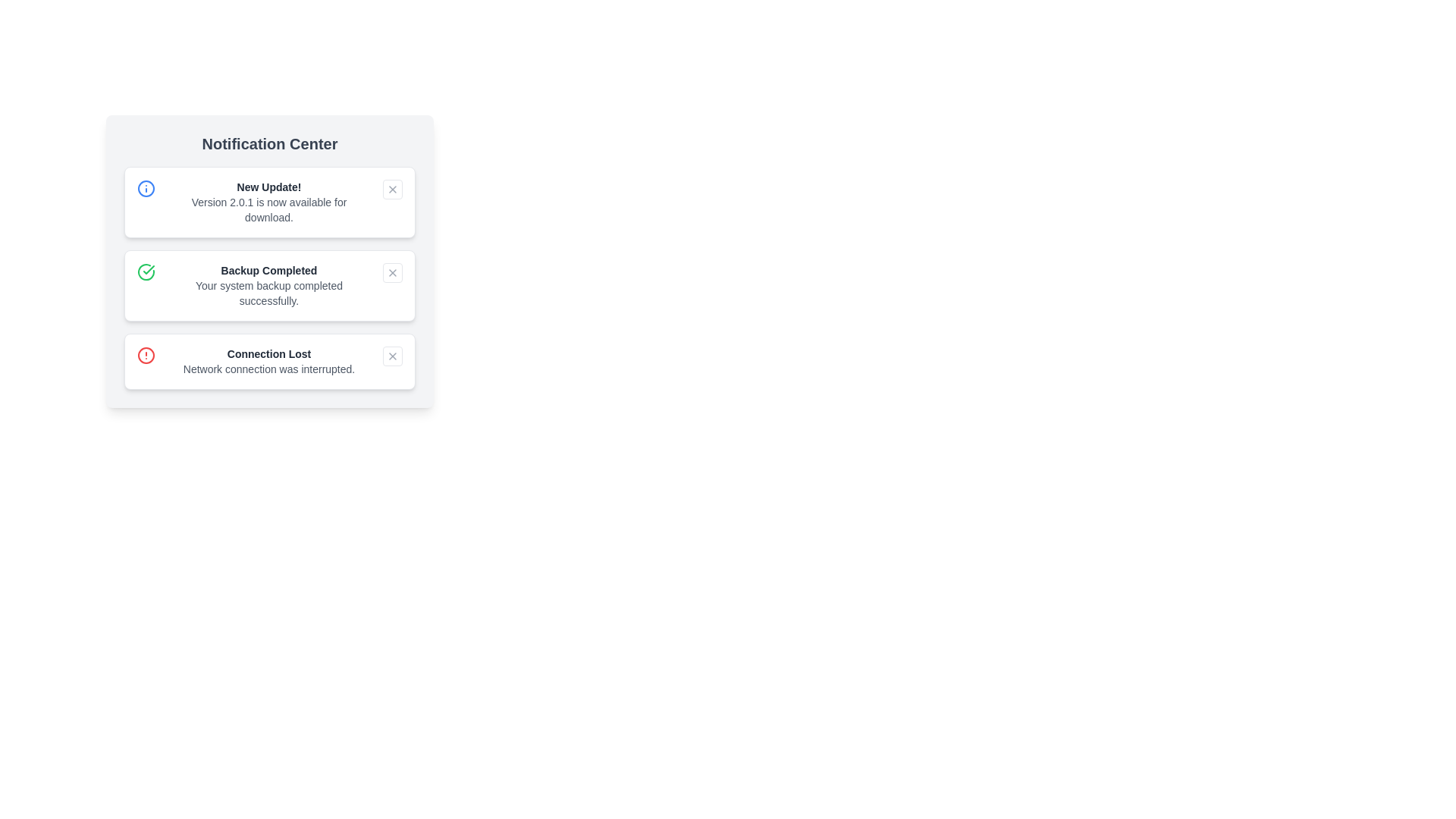  I want to click on the alert icon indicating 'Connection Lost' at the start of the notification card, so click(146, 356).